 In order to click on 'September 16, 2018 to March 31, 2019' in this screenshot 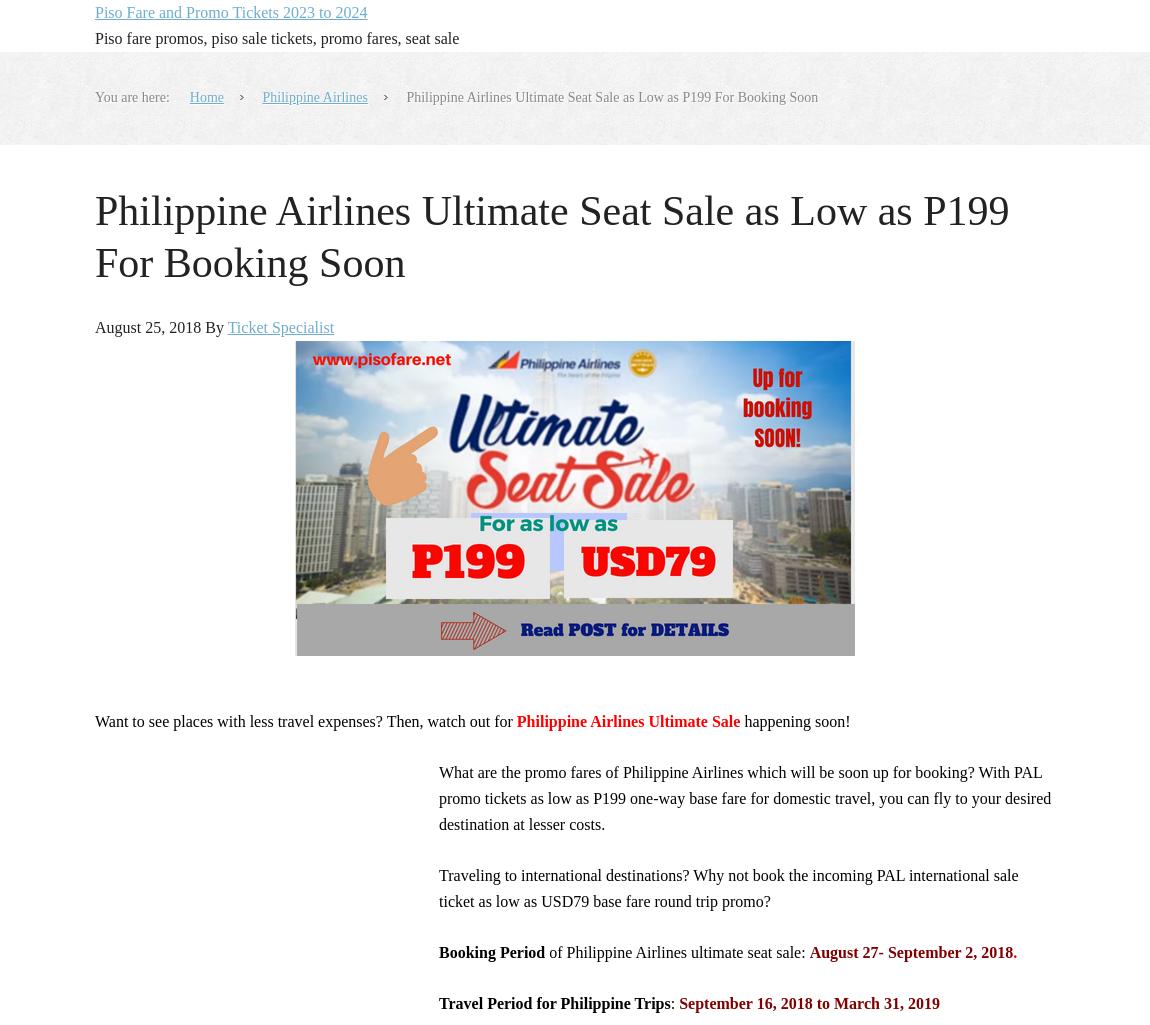, I will do `click(808, 1001)`.